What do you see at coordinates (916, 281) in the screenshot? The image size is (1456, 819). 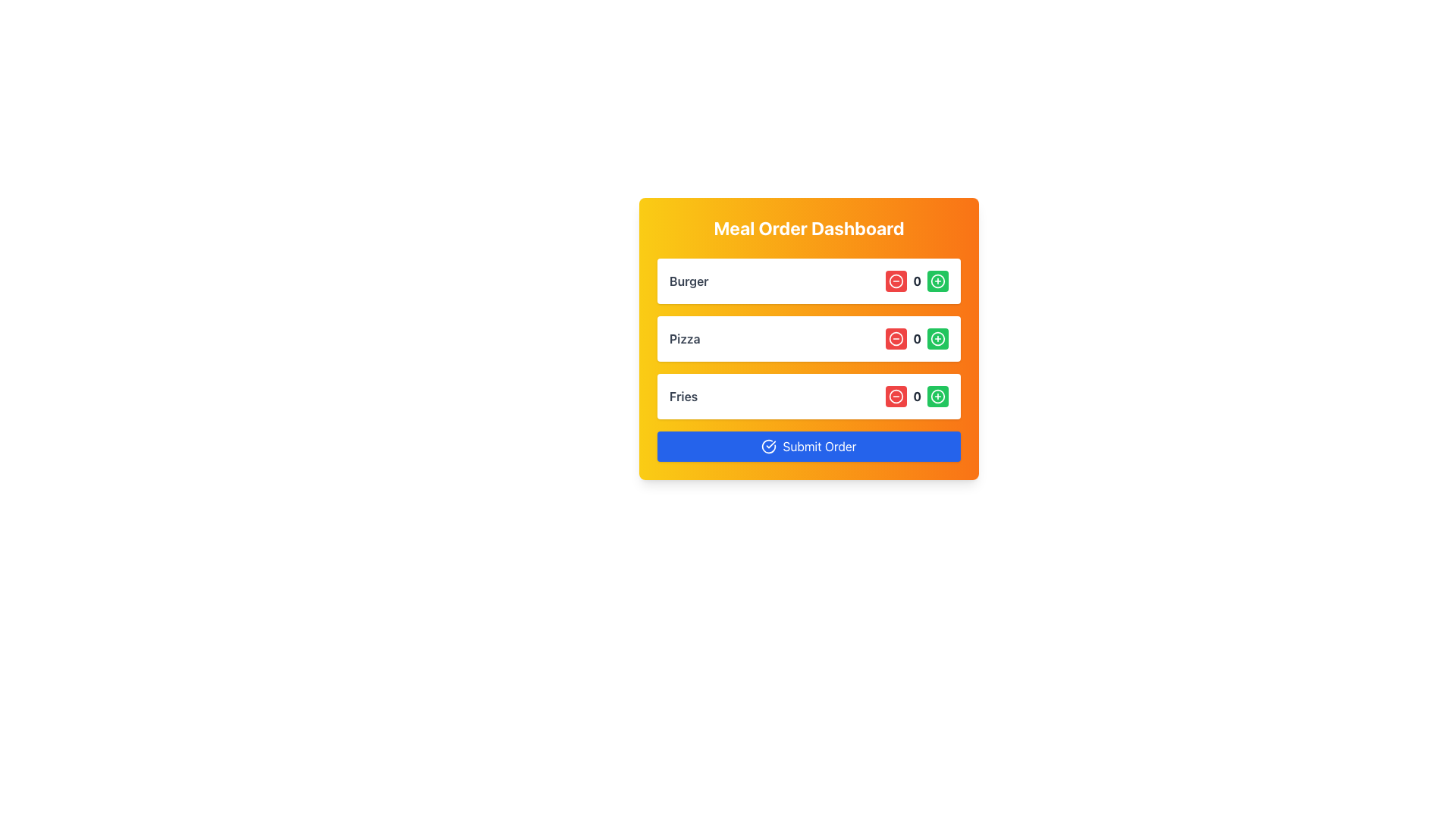 I see `the Static Text Label displaying the numeric value '0', which is bold and gray, positioned between the red '-' button and the green '+' button in the 'Pizza' section` at bounding box center [916, 281].